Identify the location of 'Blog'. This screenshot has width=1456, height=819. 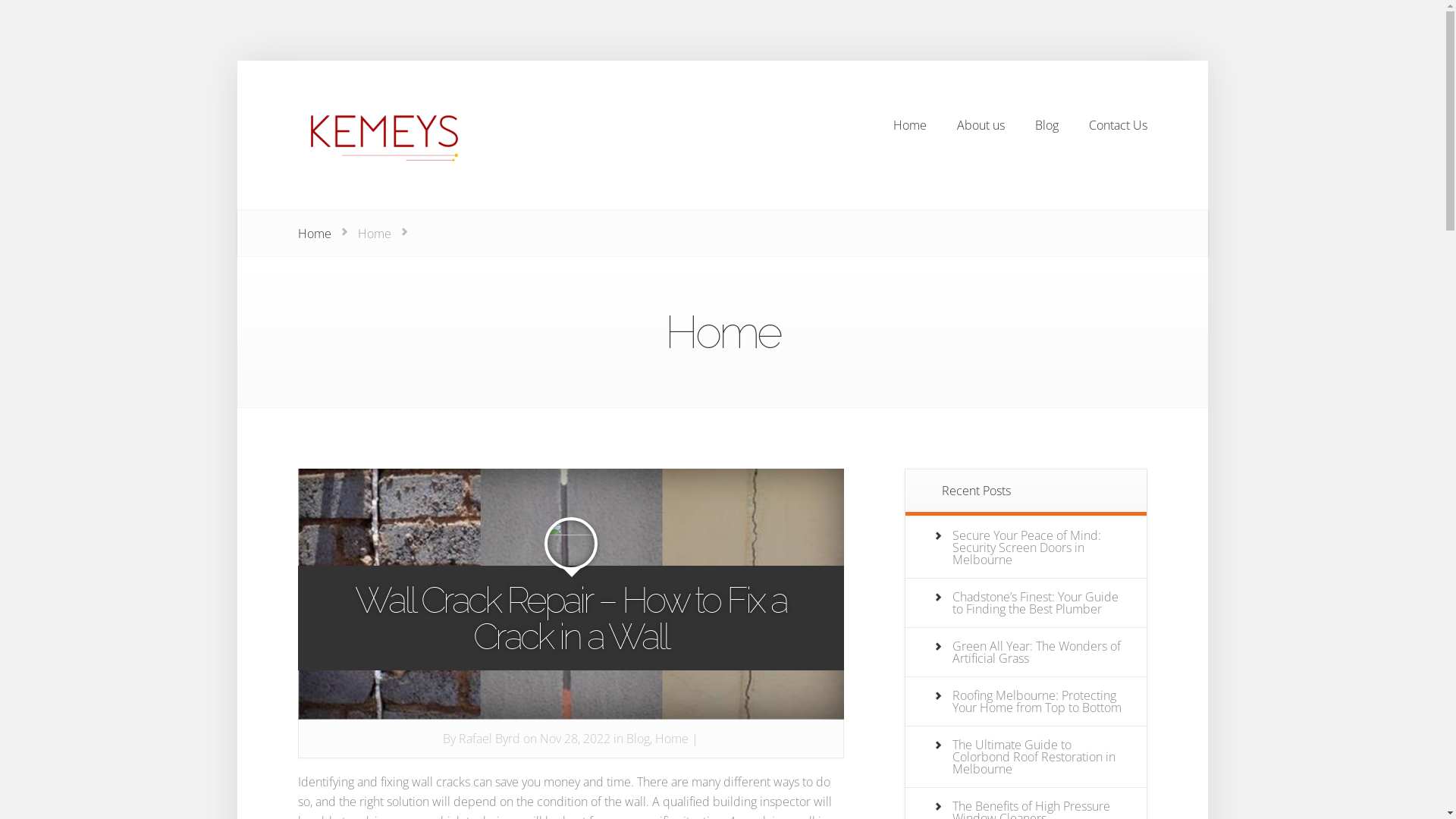
(638, 738).